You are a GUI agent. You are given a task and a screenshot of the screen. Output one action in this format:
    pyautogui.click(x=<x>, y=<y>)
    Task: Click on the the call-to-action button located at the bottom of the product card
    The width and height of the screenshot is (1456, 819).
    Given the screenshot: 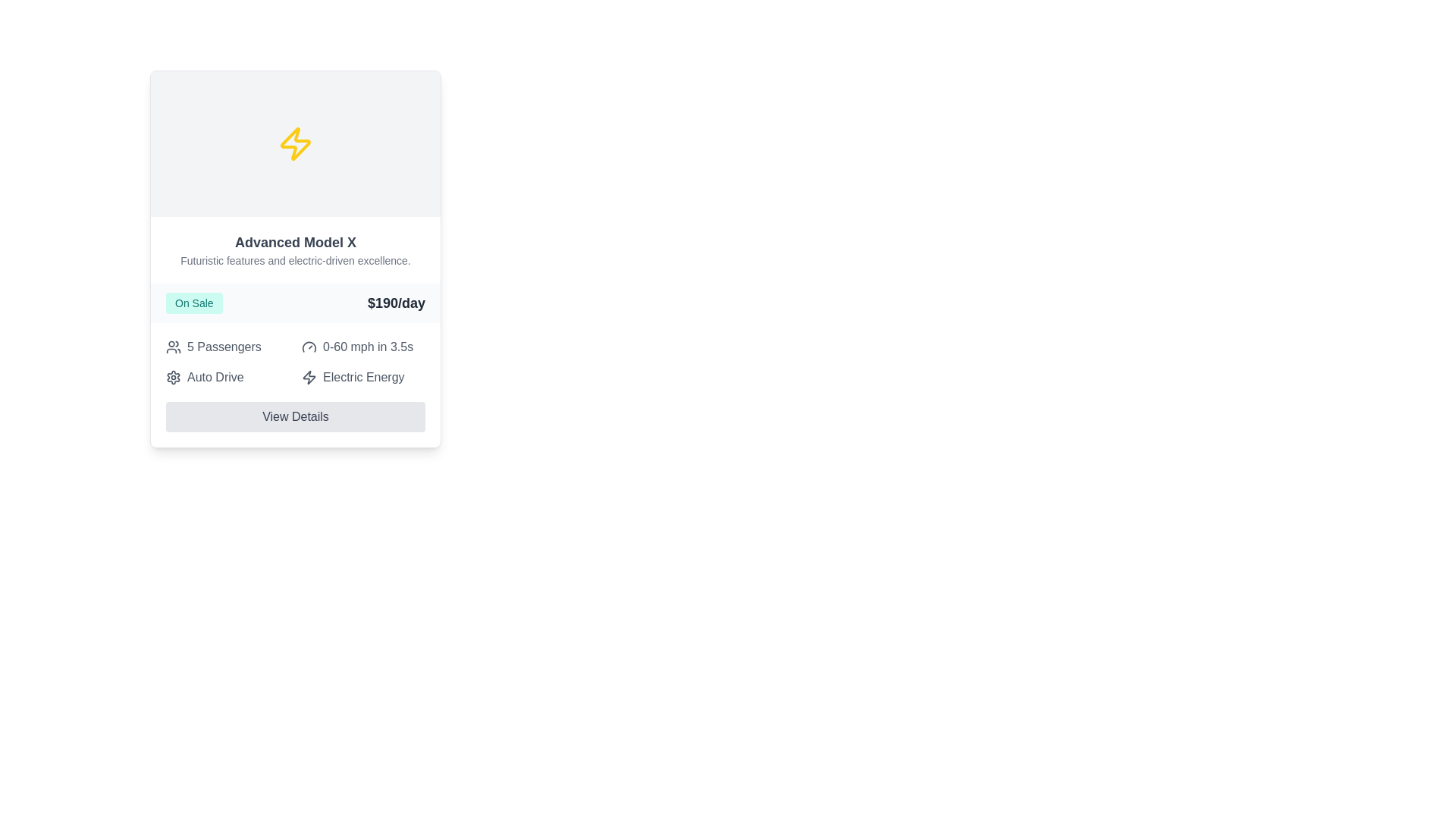 What is the action you would take?
    pyautogui.click(x=295, y=417)
    